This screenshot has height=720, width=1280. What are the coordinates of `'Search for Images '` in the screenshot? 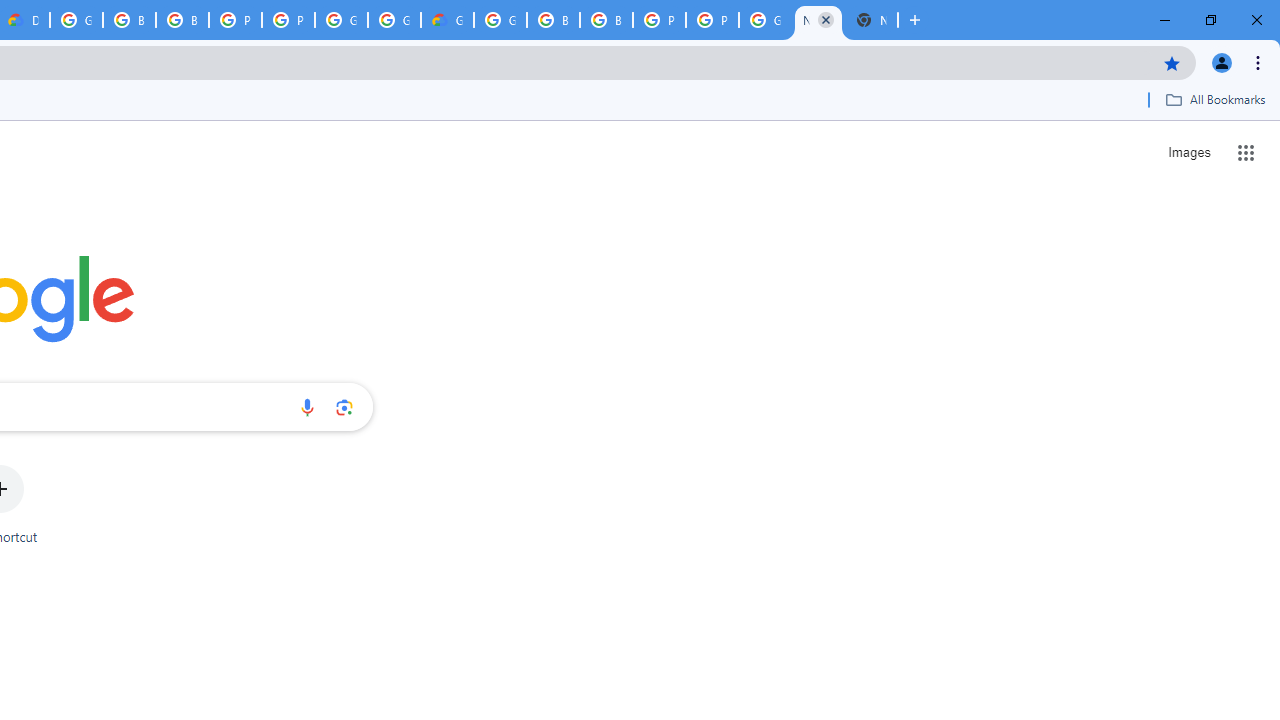 It's located at (1189, 152).